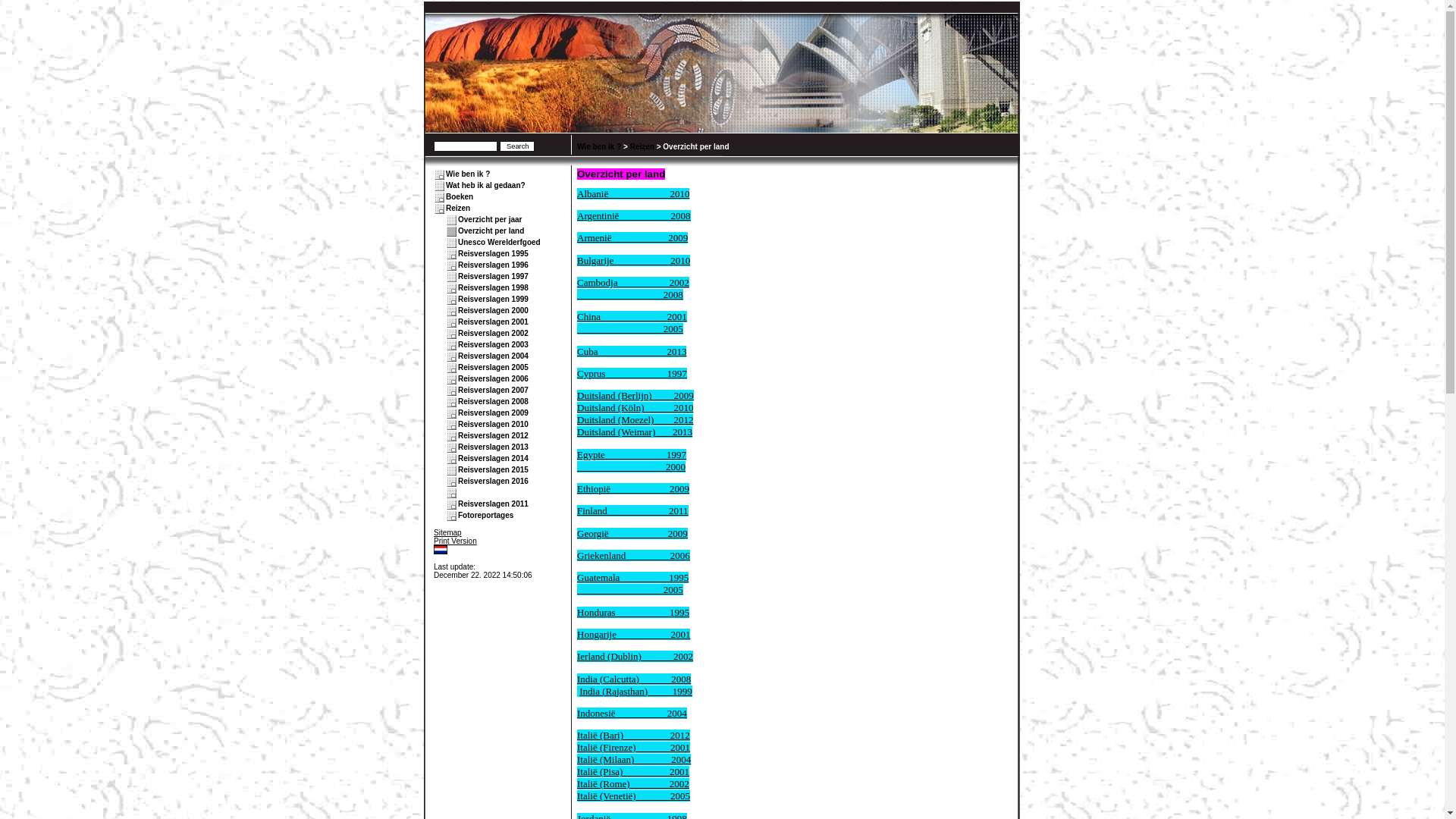 The height and width of the screenshot is (819, 1456). I want to click on 'Reisverslagen 2014', so click(493, 457).